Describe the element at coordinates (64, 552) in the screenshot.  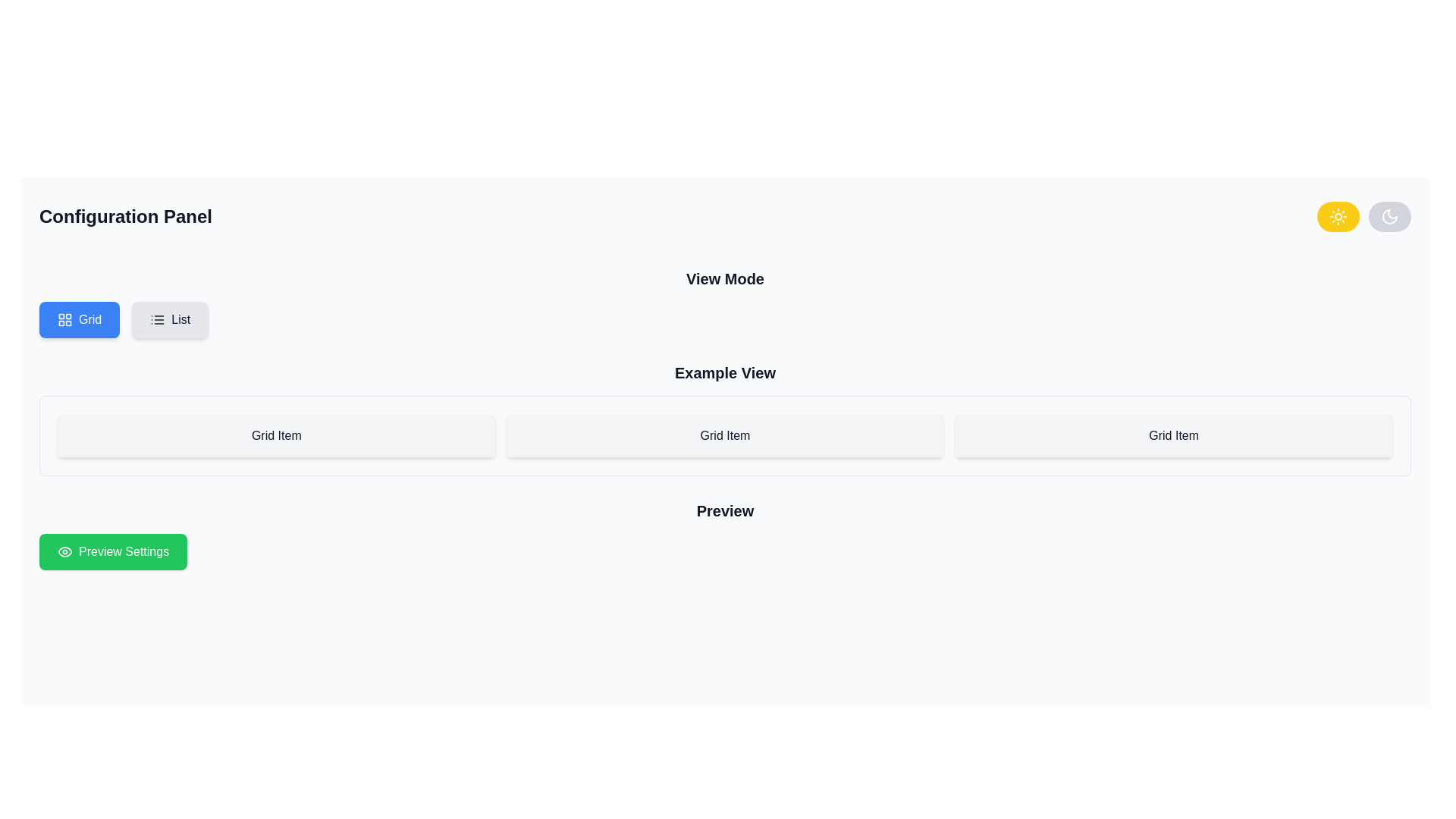
I see `the preview icon located within the green 'Preview Settings' button at the bottom-left side of the interface` at that location.